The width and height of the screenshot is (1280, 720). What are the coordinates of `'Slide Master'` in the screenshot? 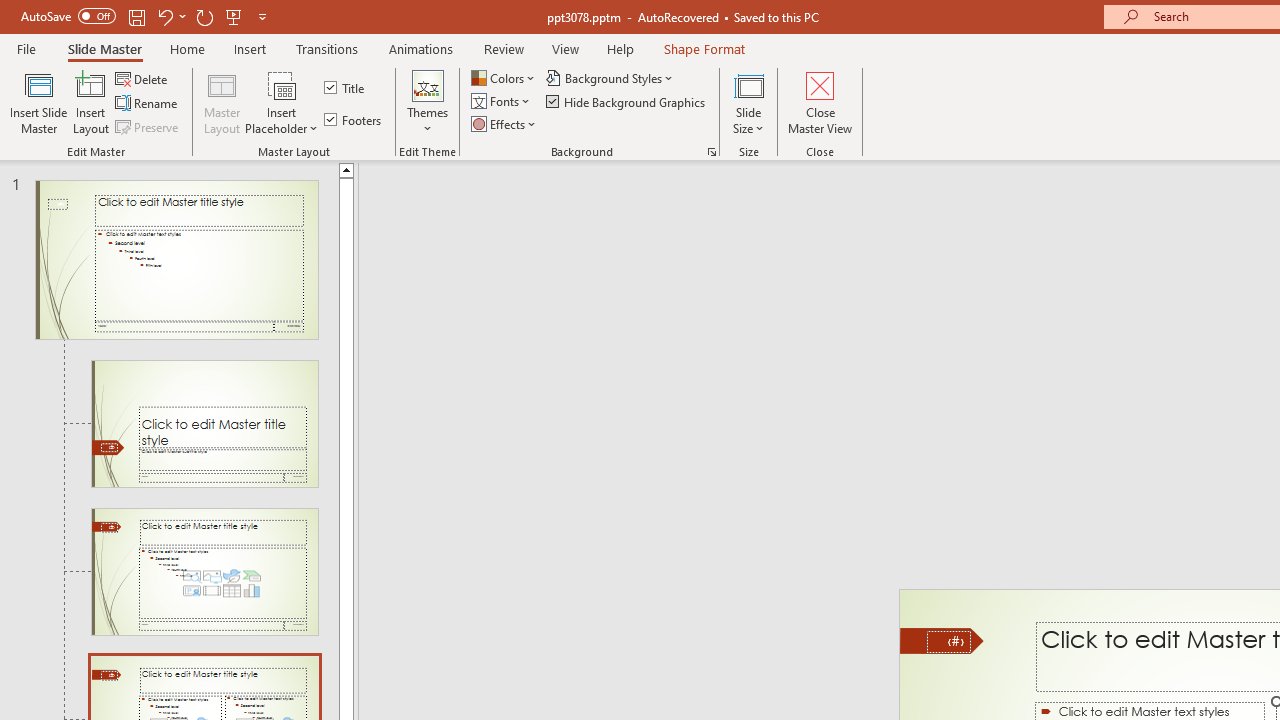 It's located at (103, 48).